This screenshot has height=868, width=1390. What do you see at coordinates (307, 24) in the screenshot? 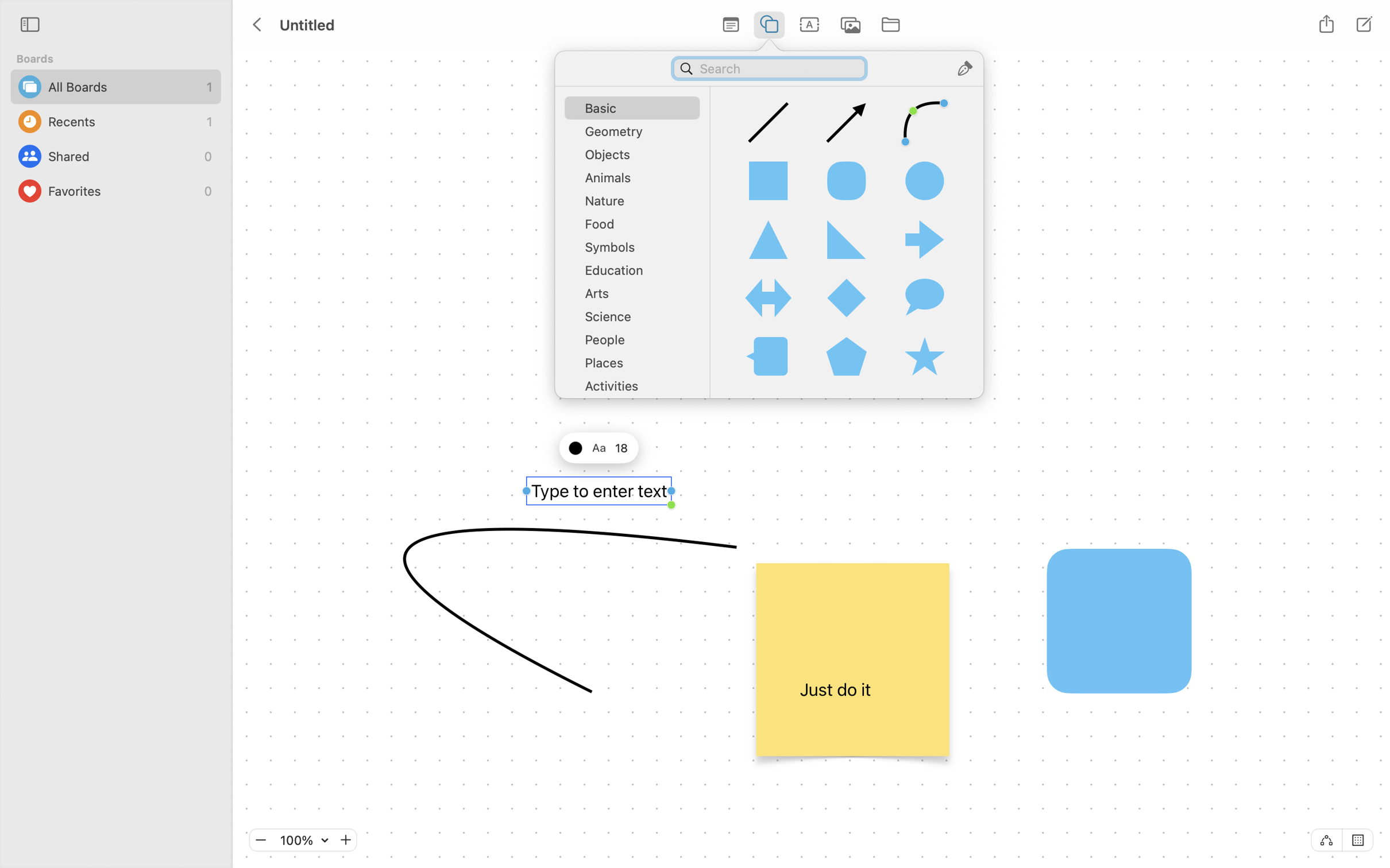
I see `'Untitled'` at bounding box center [307, 24].